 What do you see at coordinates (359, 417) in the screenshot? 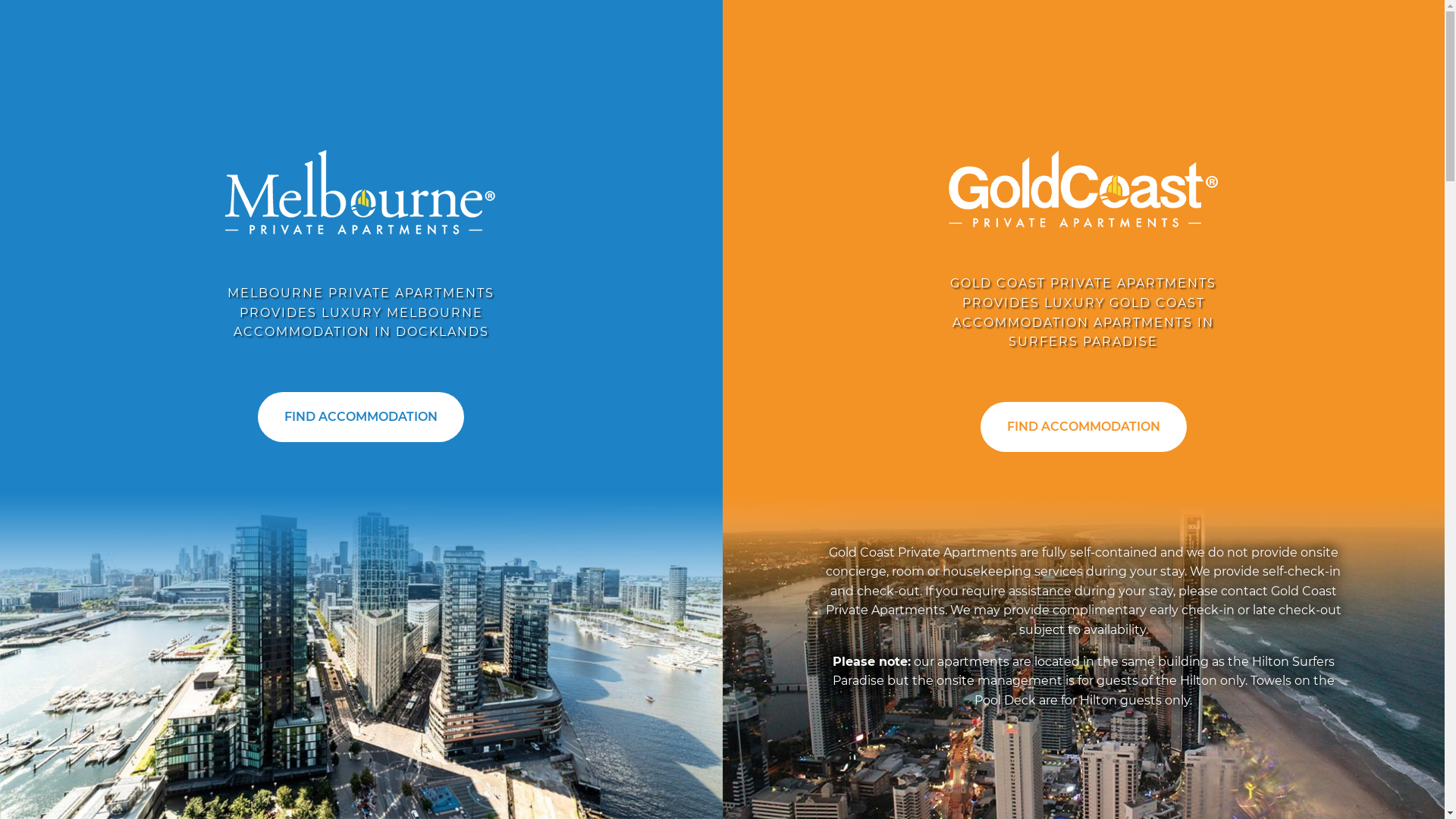
I see `'FIND ACCOMMODATION'` at bounding box center [359, 417].